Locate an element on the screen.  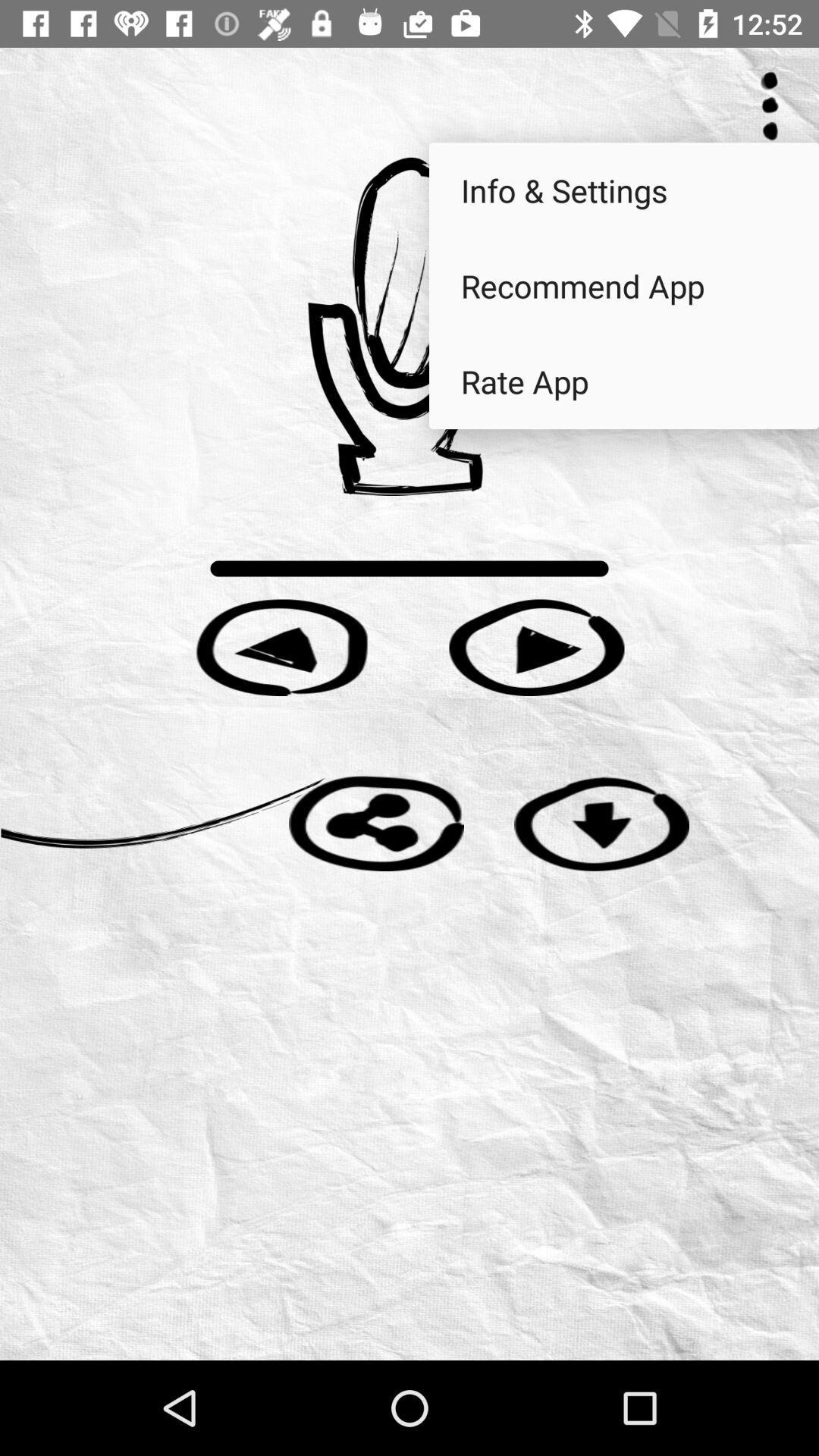
cartoon microphone is located at coordinates (409, 325).